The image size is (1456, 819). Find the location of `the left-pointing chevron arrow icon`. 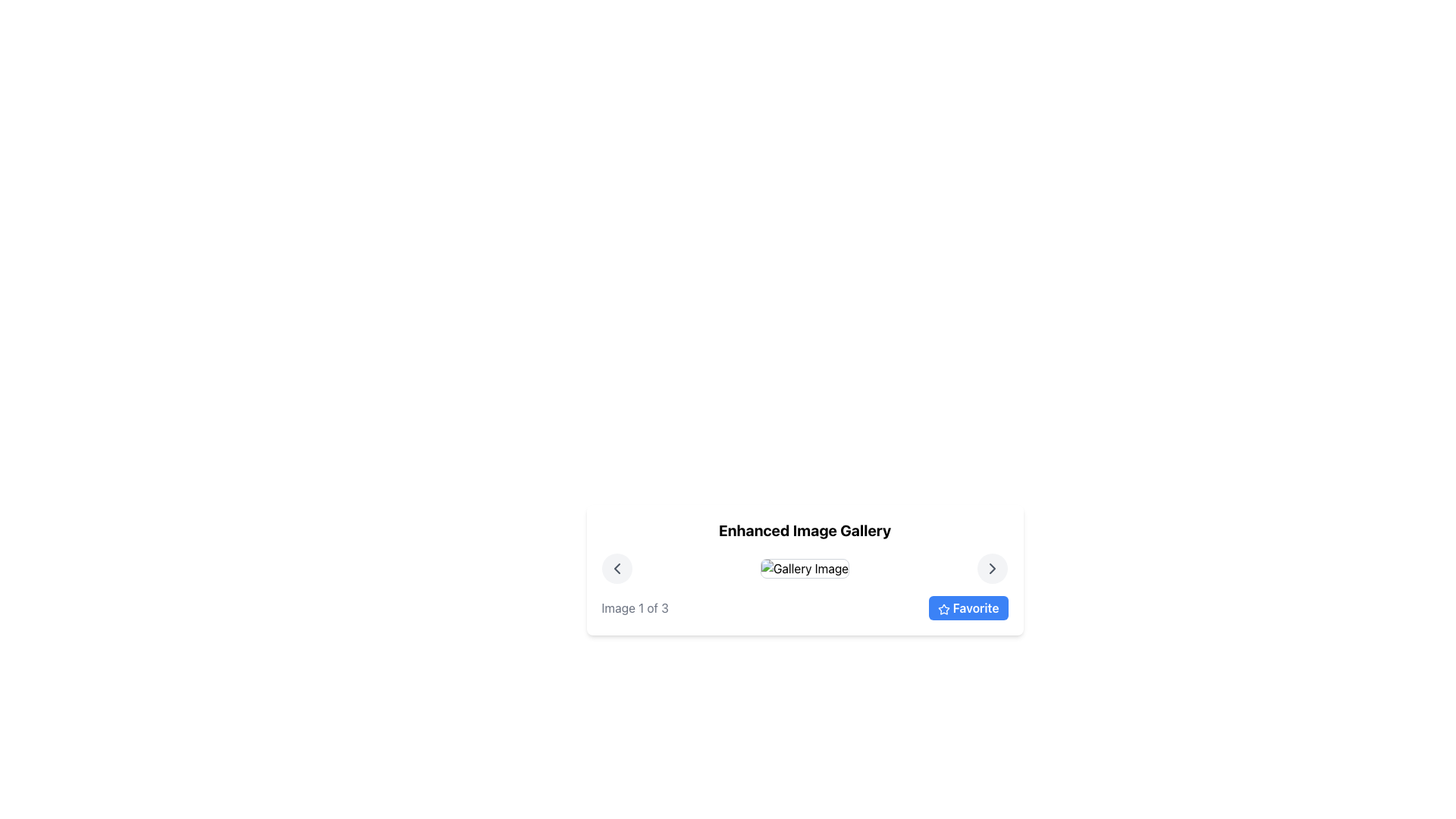

the left-pointing chevron arrow icon is located at coordinates (617, 568).